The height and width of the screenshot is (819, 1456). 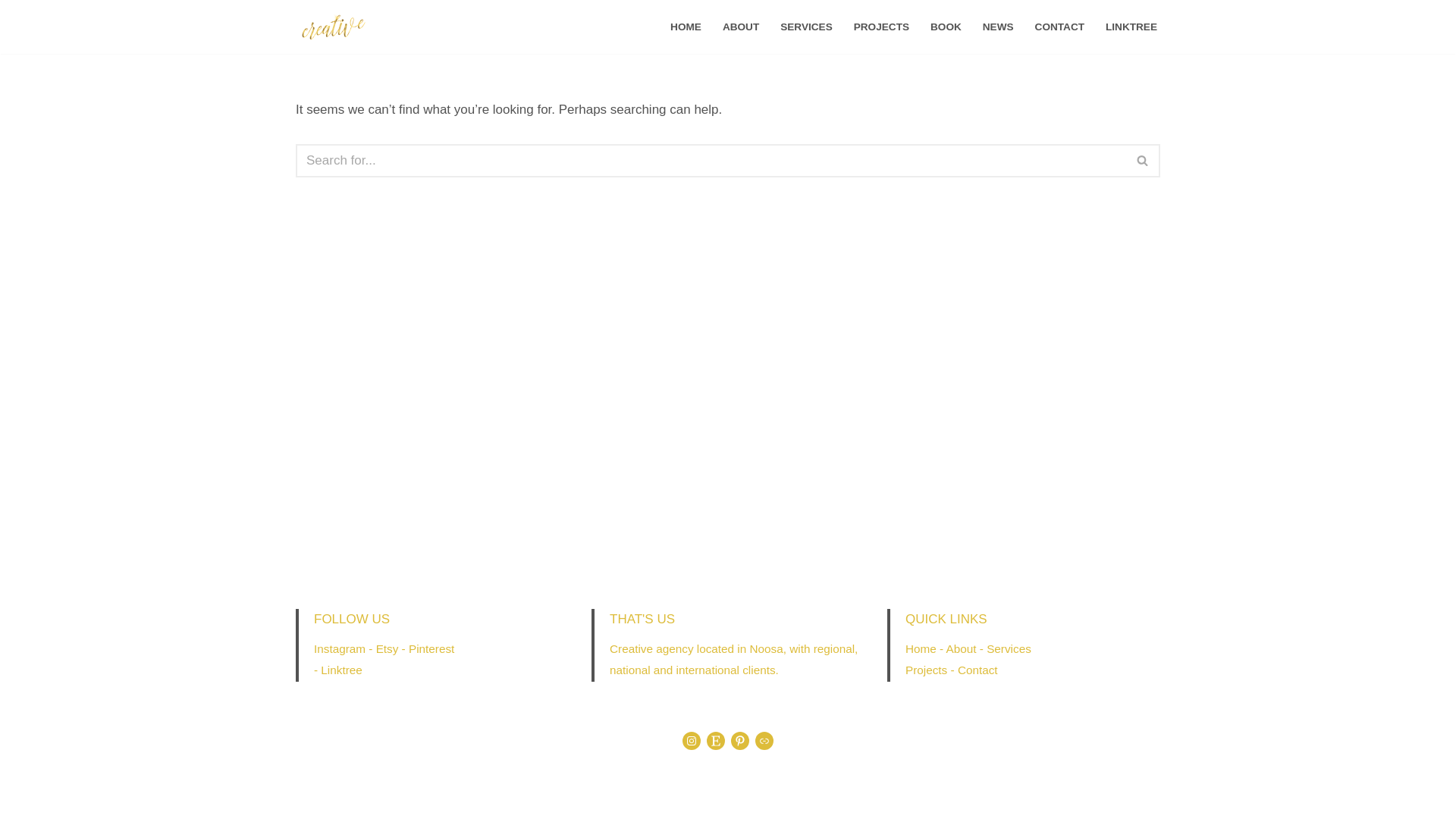 What do you see at coordinates (920, 648) in the screenshot?
I see `'Home'` at bounding box center [920, 648].